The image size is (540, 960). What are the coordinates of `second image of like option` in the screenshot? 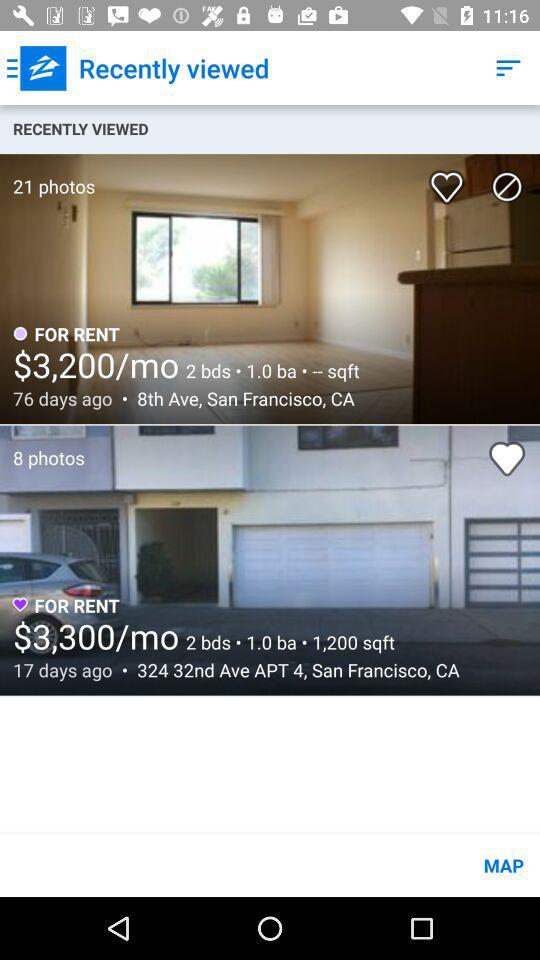 It's located at (507, 458).